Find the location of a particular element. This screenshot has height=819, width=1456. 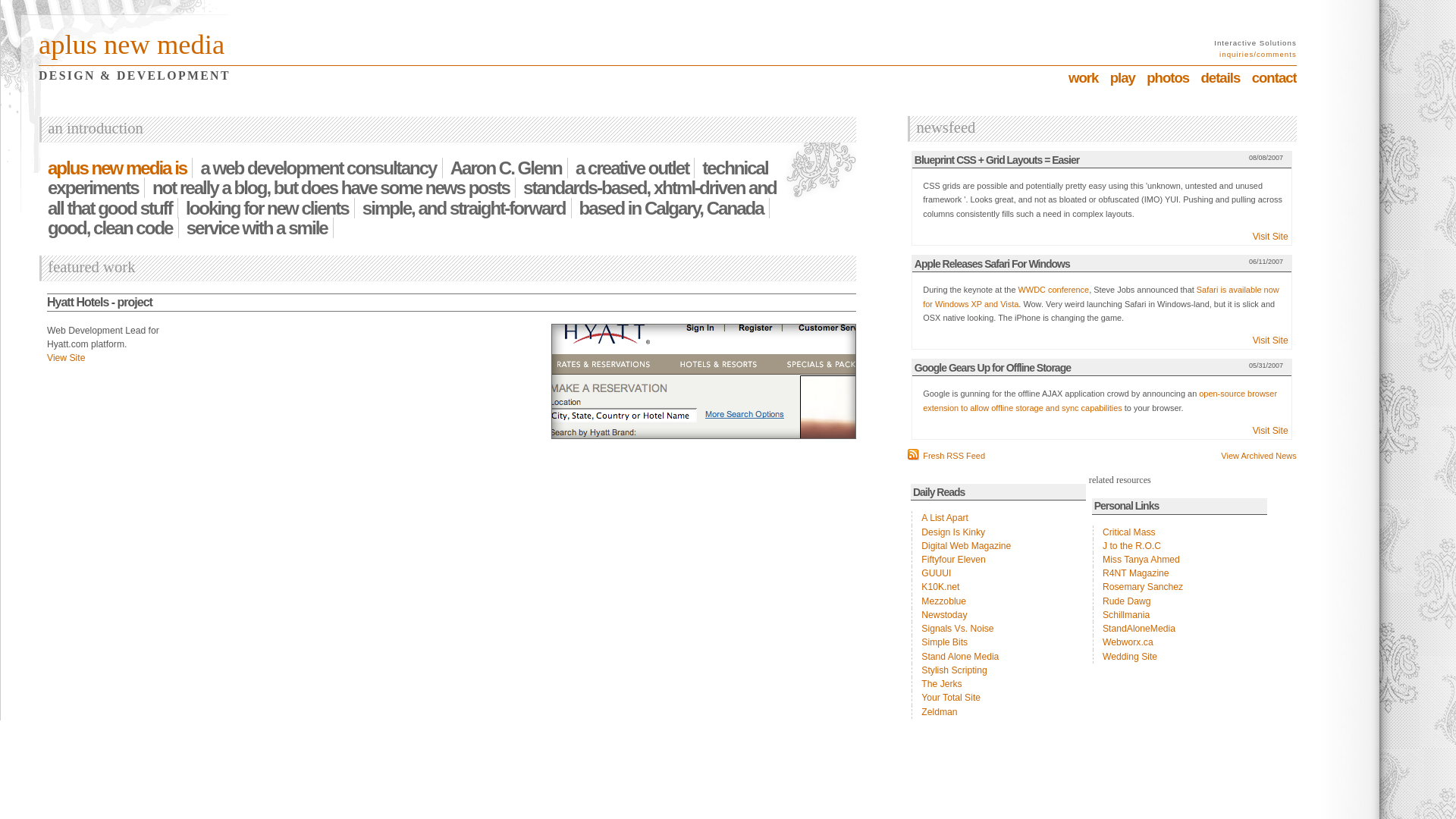

'A List Apart' is located at coordinates (998, 516).